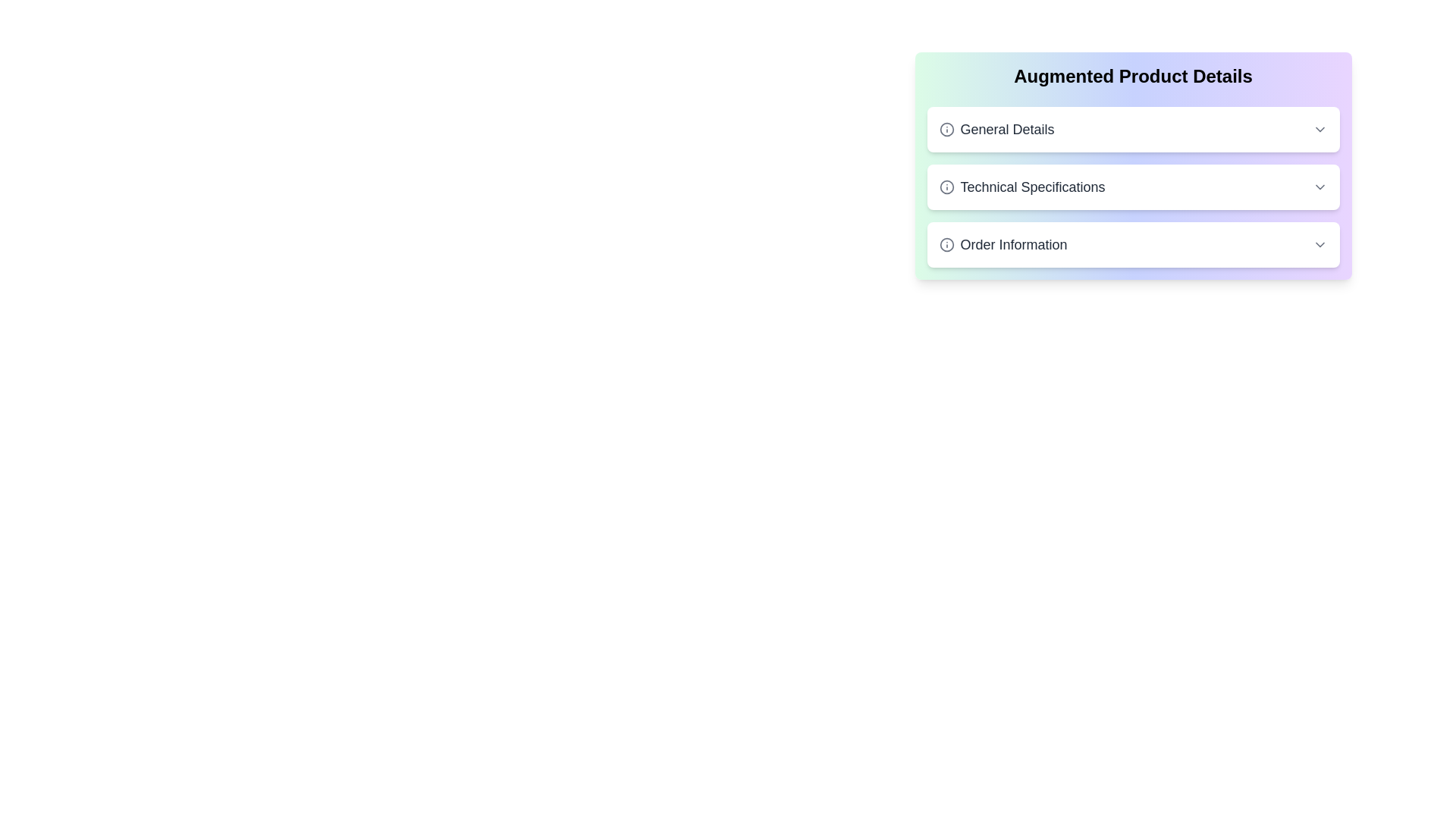 The width and height of the screenshot is (1456, 819). What do you see at coordinates (1319, 128) in the screenshot?
I see `the downward-pointing chevron icon located at the far right of the row containing the 'General Details' label in the 'Augmented Product Details' section` at bounding box center [1319, 128].